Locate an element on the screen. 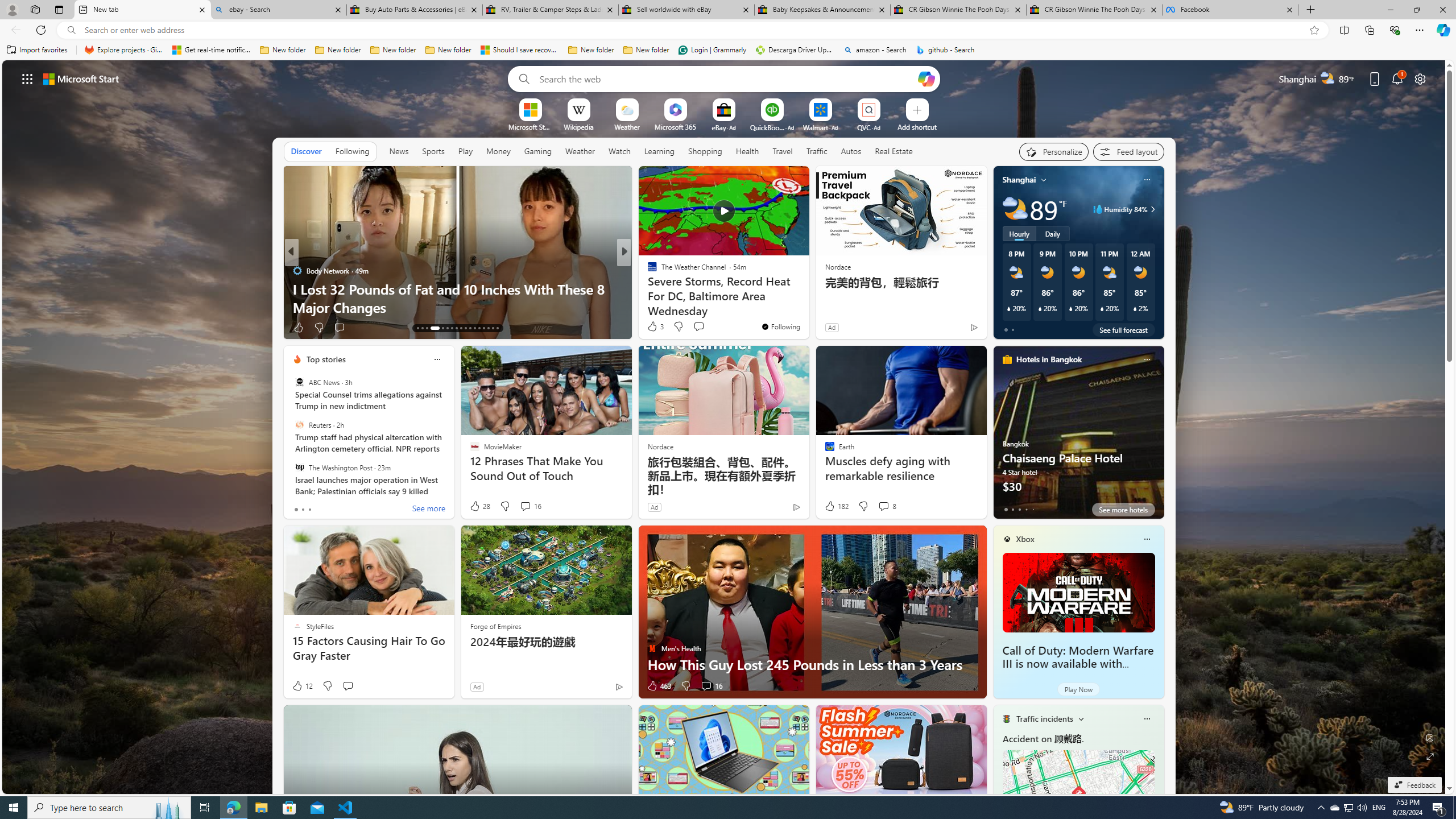  '7 Like' is located at coordinates (651, 327).